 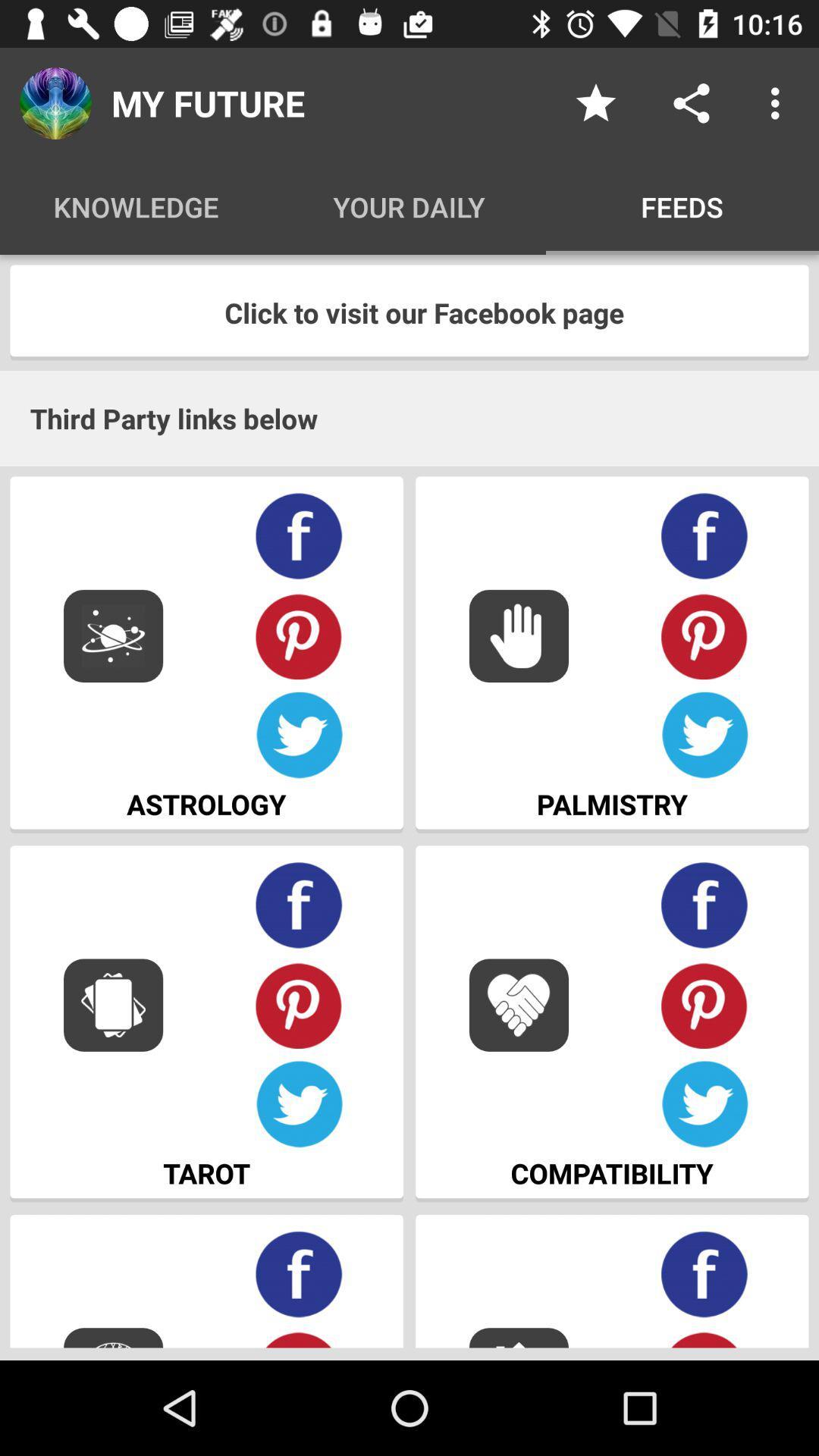 What do you see at coordinates (704, 1104) in the screenshot?
I see `twitter` at bounding box center [704, 1104].